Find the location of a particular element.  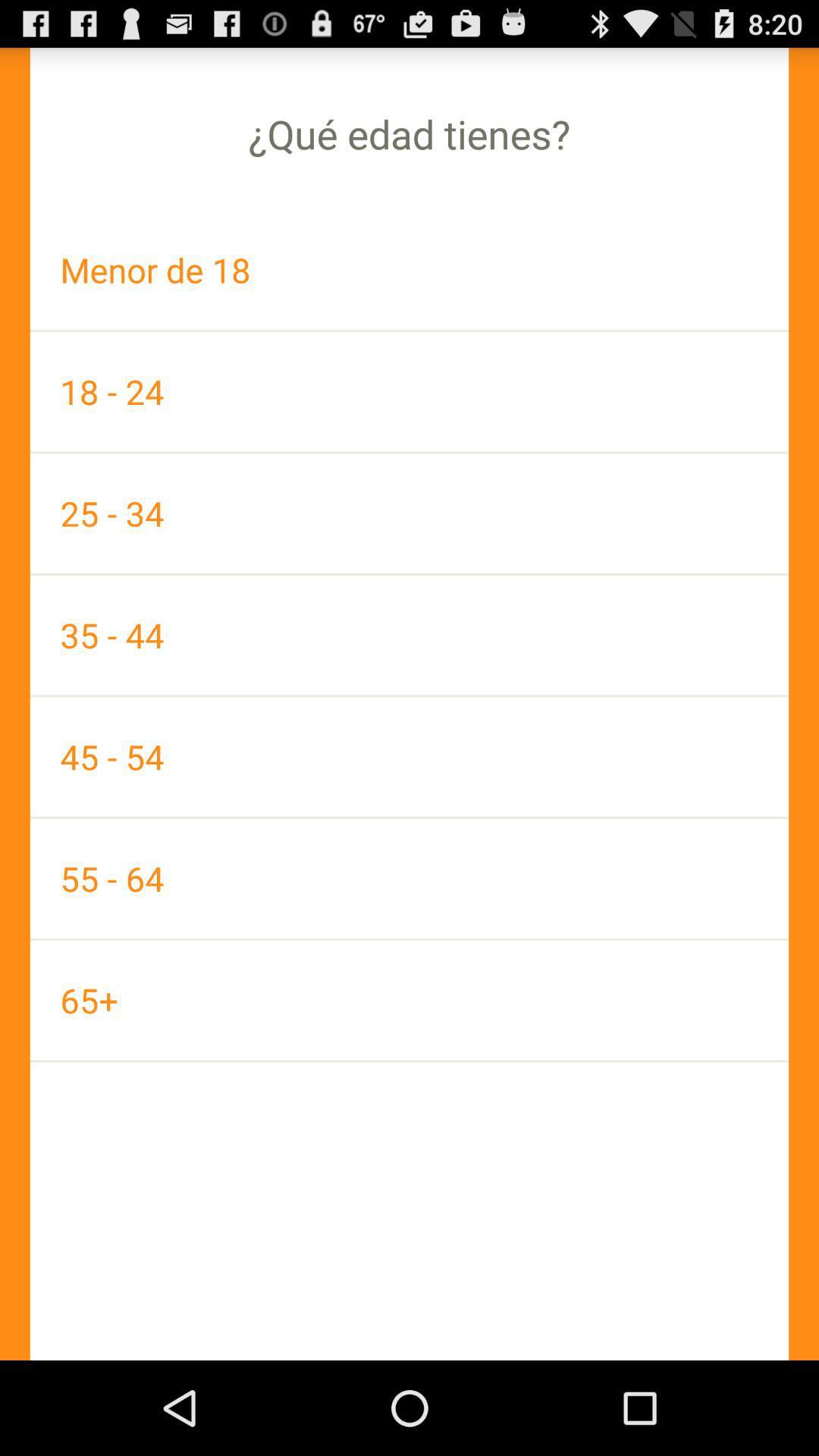

app below menor de 18 app is located at coordinates (409, 391).